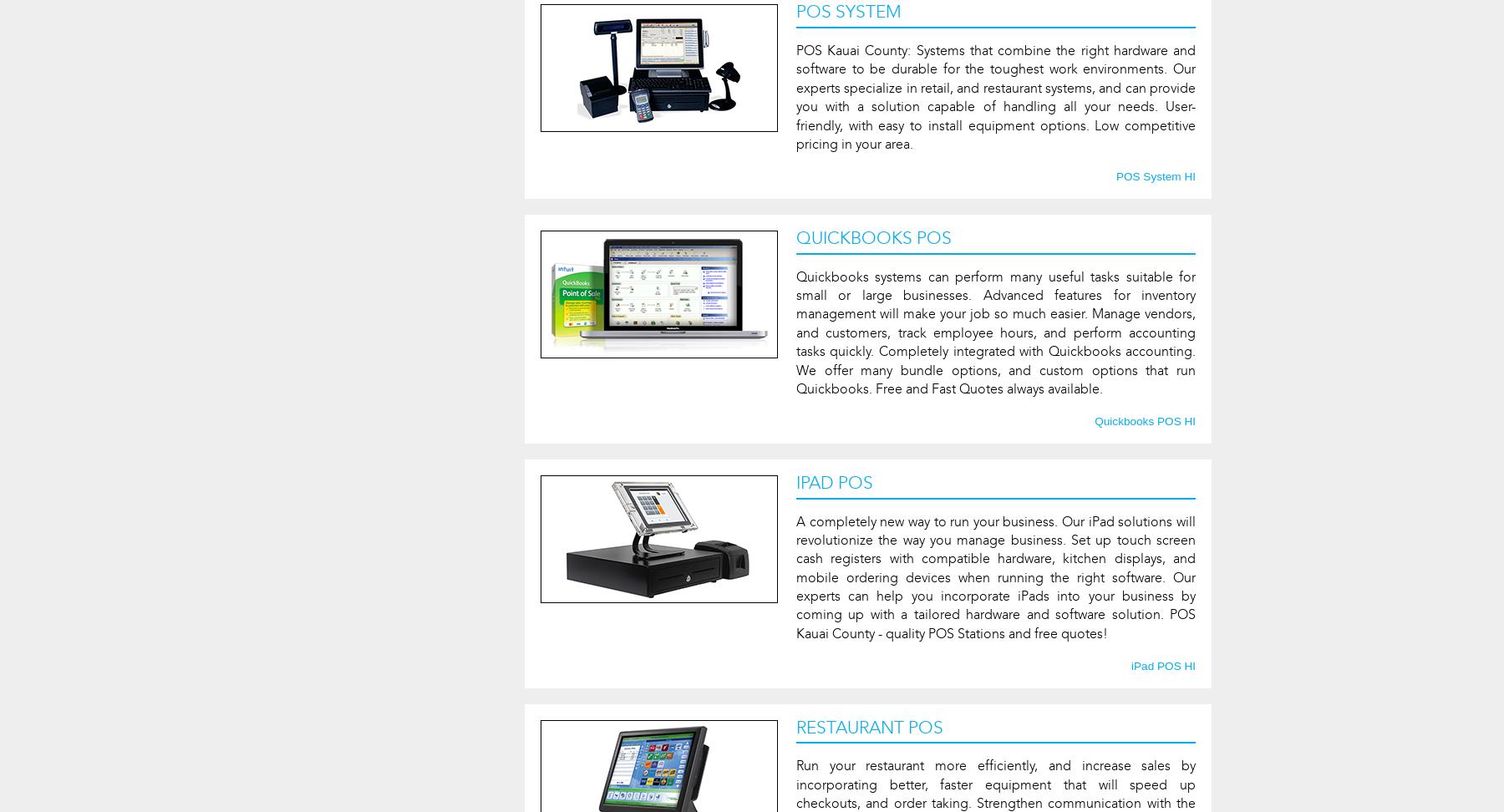 The width and height of the screenshot is (1504, 812). I want to click on 'iPad POS HI', so click(1162, 665).